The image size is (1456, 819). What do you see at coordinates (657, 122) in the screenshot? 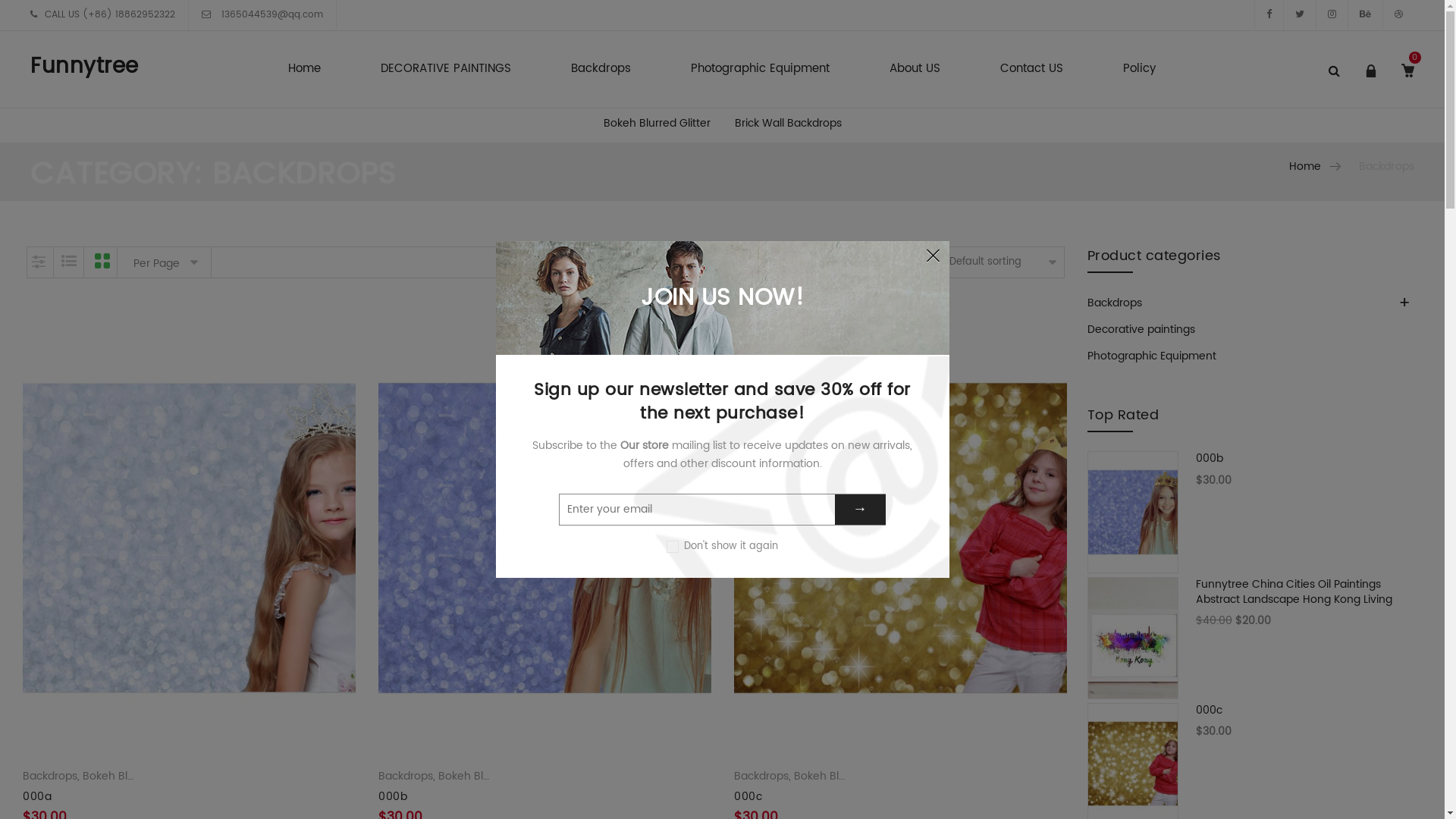
I see `'Bokeh Blurred Glitter'` at bounding box center [657, 122].